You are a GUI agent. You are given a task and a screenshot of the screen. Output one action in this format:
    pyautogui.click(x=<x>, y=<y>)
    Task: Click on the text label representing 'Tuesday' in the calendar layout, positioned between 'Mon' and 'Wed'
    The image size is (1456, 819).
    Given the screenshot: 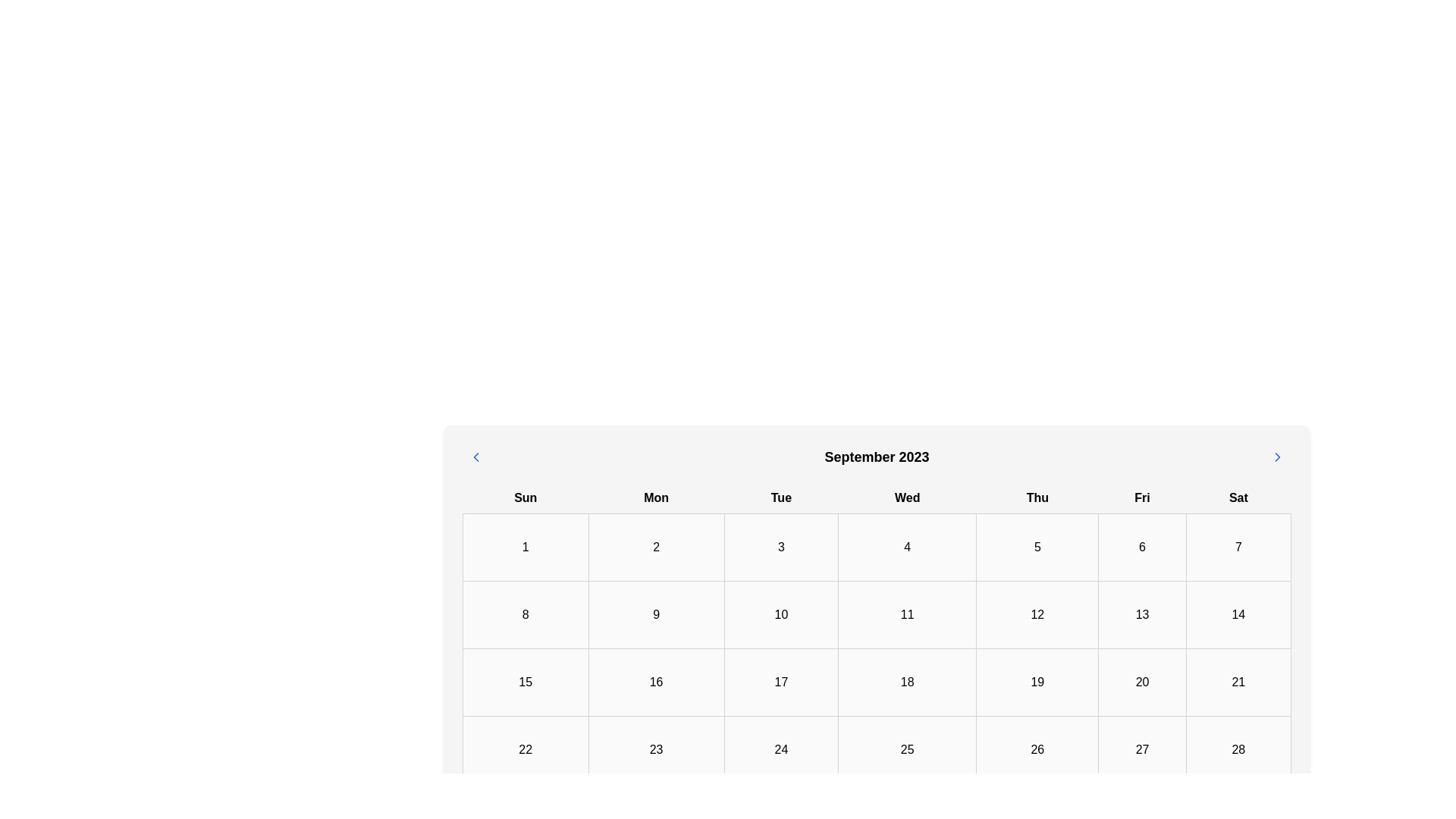 What is the action you would take?
    pyautogui.click(x=781, y=498)
    